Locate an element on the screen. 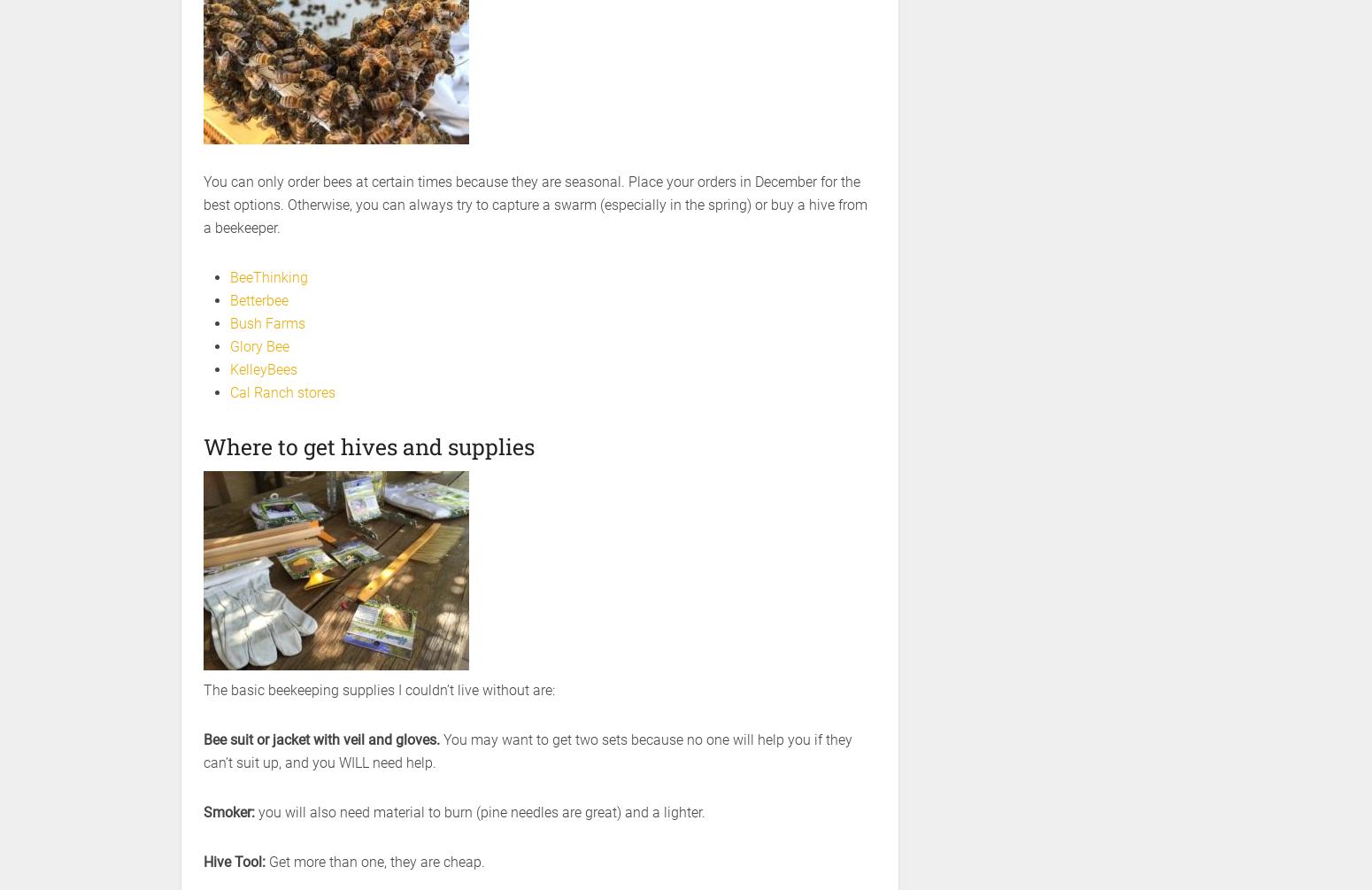  'BeeThinking' is located at coordinates (229, 276).